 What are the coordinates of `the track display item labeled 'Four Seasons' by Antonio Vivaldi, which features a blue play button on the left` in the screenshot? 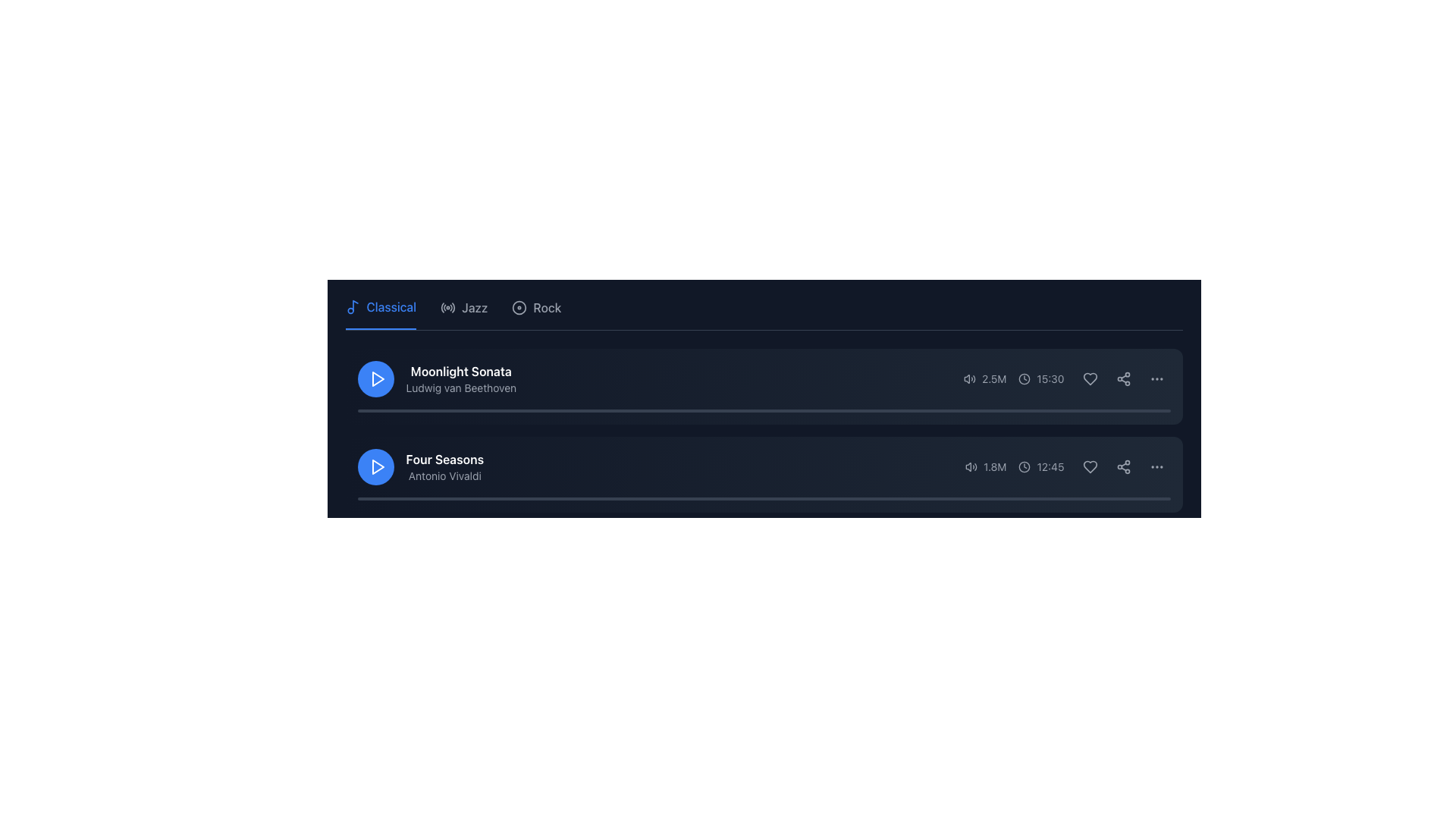 It's located at (420, 466).